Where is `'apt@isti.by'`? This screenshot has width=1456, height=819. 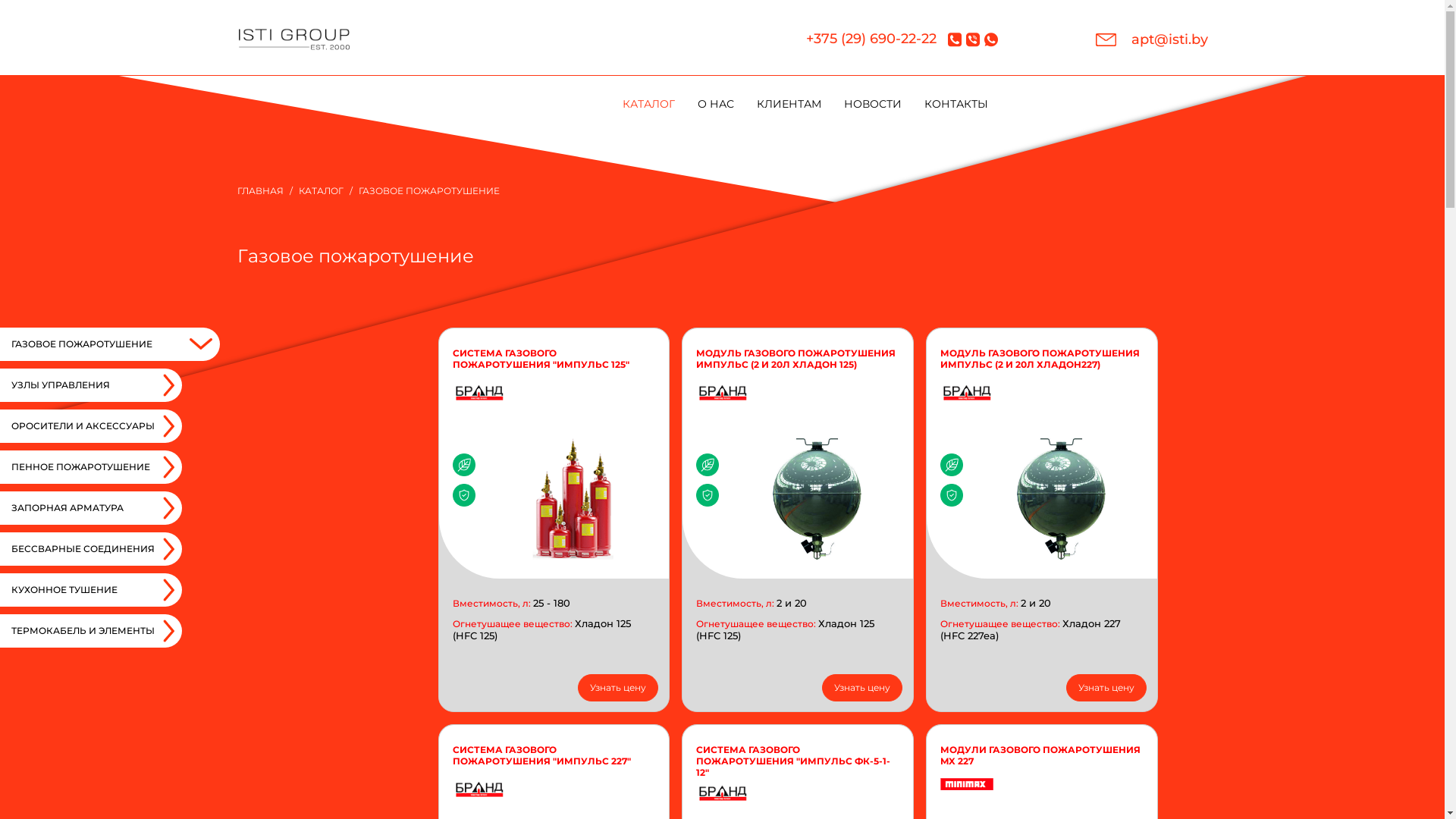
'apt@isti.by' is located at coordinates (1150, 39).